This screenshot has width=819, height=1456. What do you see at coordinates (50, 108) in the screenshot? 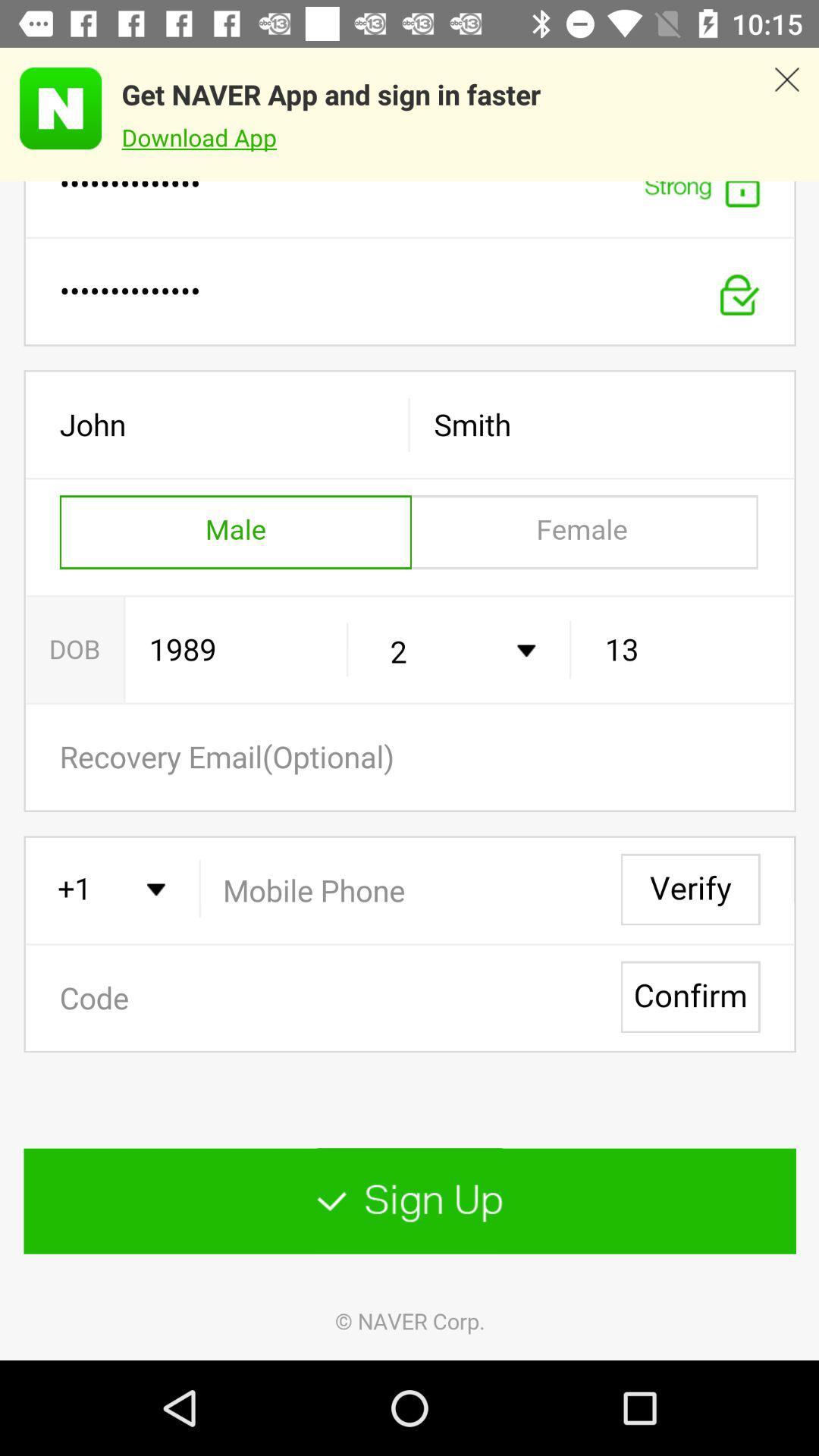
I see `advertisement page` at bounding box center [50, 108].